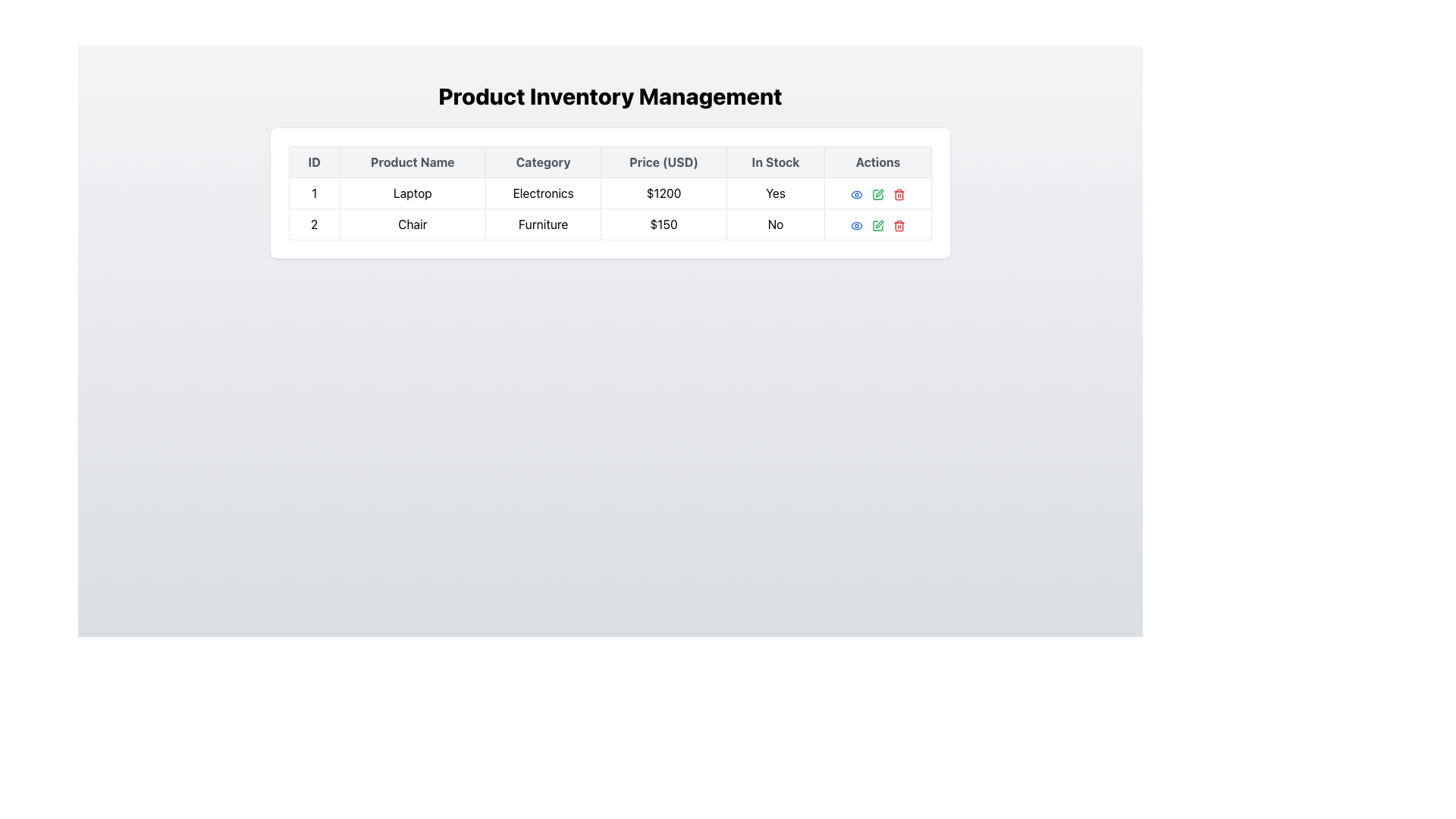  I want to click on the 'Out of Stock' label in the 'In Stock' column of the second row of the table, which indicates that the chair priced at $150 is not available, so click(775, 224).